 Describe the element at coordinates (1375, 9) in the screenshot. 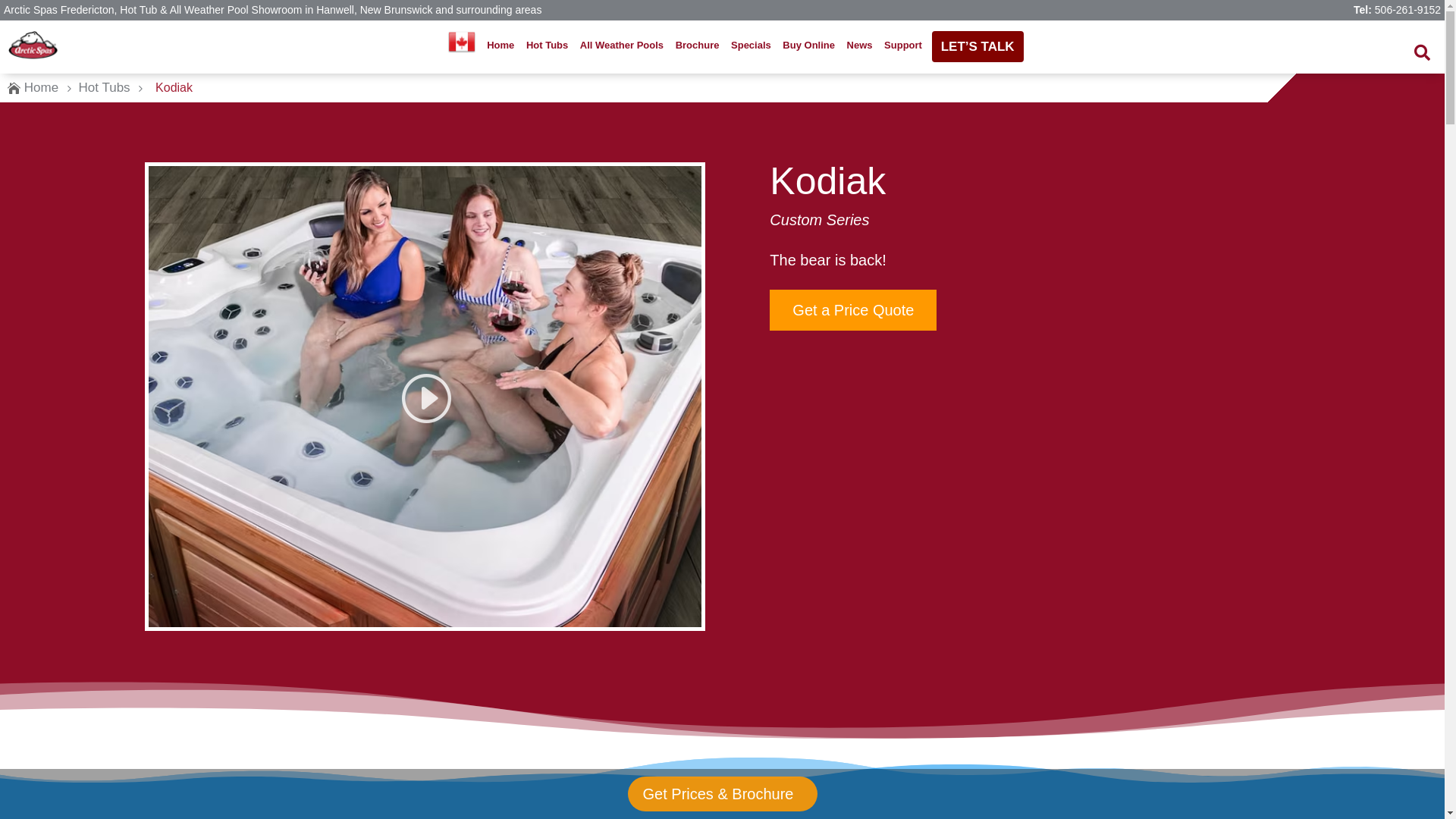

I see `'506-261-9152'` at that location.